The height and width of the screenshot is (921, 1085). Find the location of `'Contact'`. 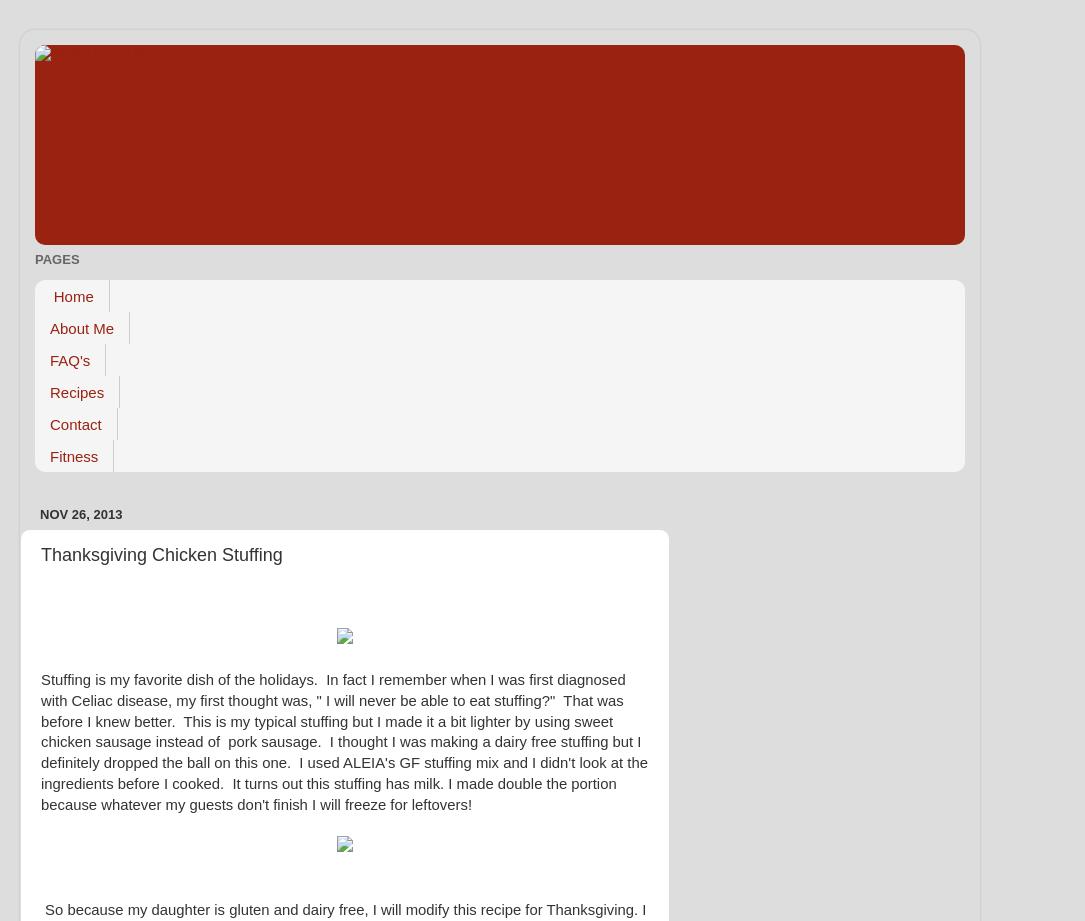

'Contact' is located at coordinates (75, 423).